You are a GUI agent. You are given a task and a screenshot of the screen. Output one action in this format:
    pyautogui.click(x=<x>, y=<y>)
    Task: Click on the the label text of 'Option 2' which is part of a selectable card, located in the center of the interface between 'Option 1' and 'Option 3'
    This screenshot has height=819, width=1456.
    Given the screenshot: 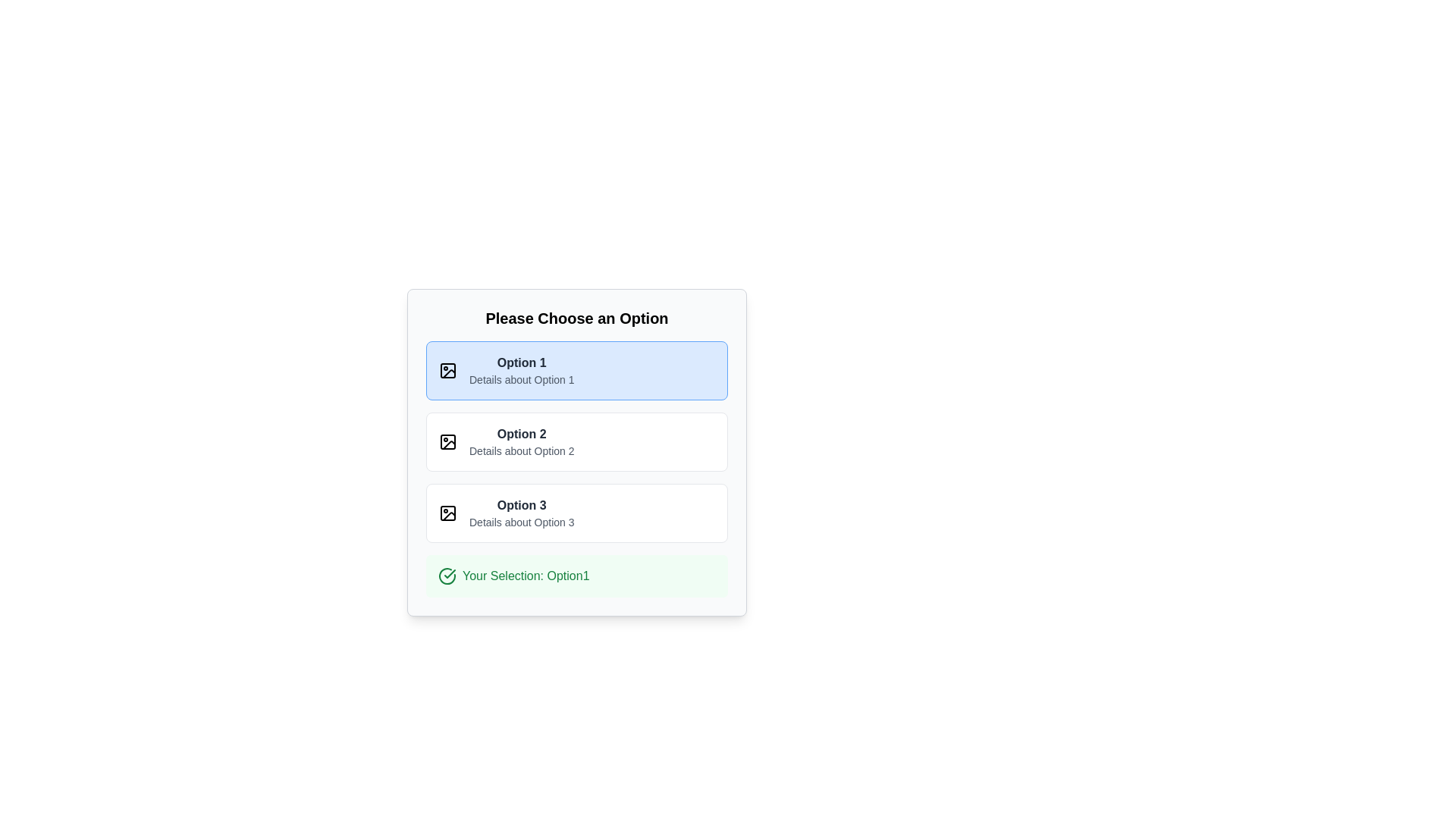 What is the action you would take?
    pyautogui.click(x=522, y=441)
    